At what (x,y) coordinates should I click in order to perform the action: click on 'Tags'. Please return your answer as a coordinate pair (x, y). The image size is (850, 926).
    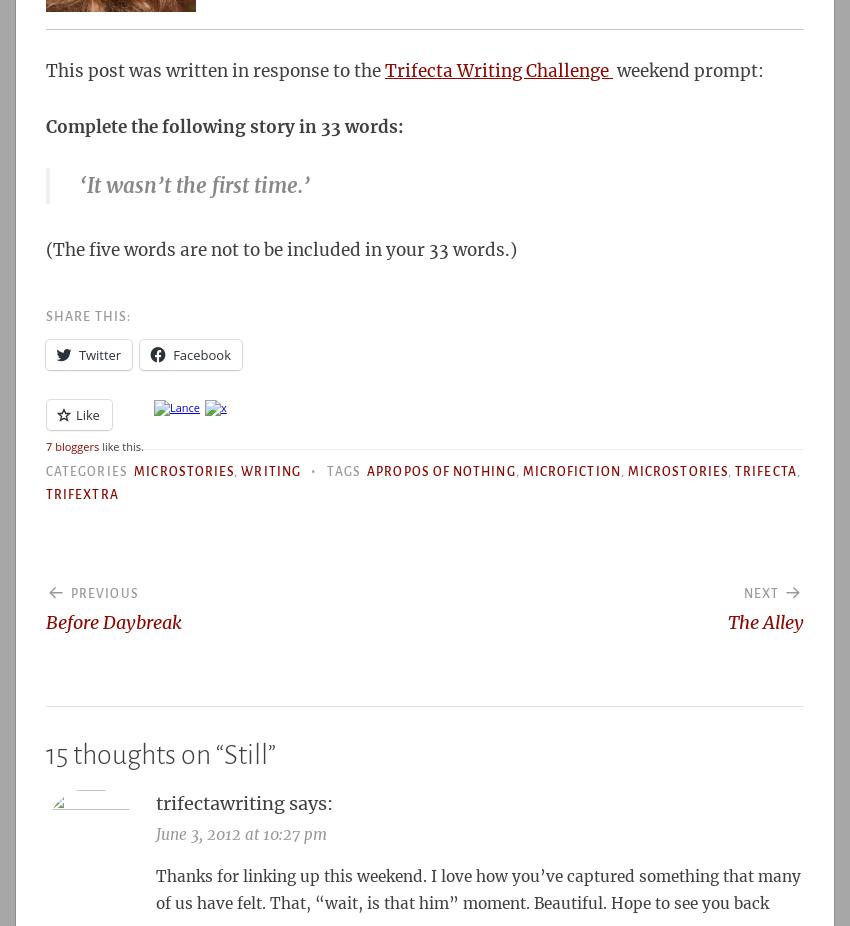
    Looking at the image, I should click on (344, 470).